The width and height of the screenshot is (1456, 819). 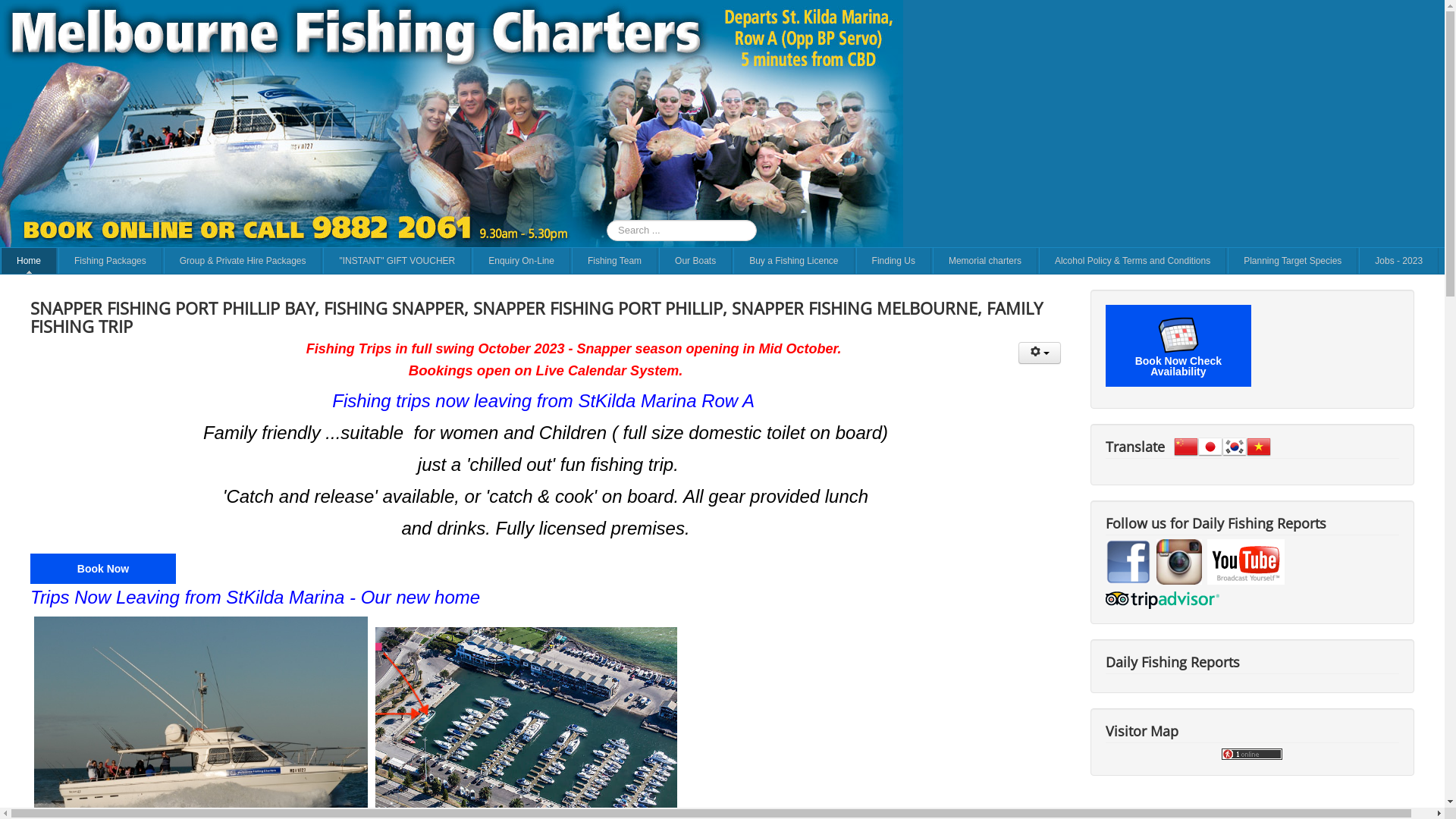 What do you see at coordinates (1106, 345) in the screenshot?
I see `'Book Now Check Availability'` at bounding box center [1106, 345].